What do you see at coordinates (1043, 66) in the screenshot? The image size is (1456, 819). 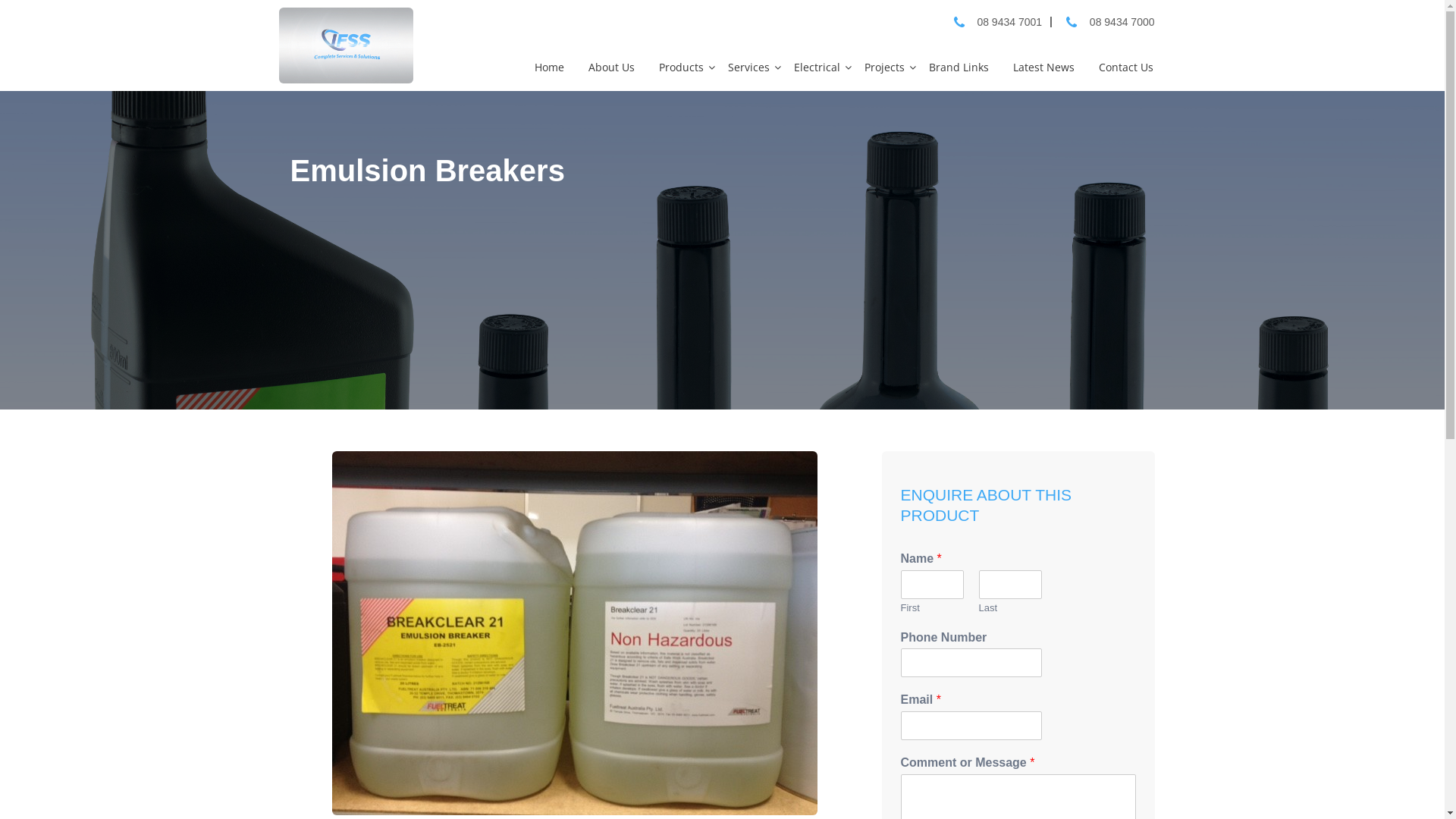 I see `'Latest News'` at bounding box center [1043, 66].